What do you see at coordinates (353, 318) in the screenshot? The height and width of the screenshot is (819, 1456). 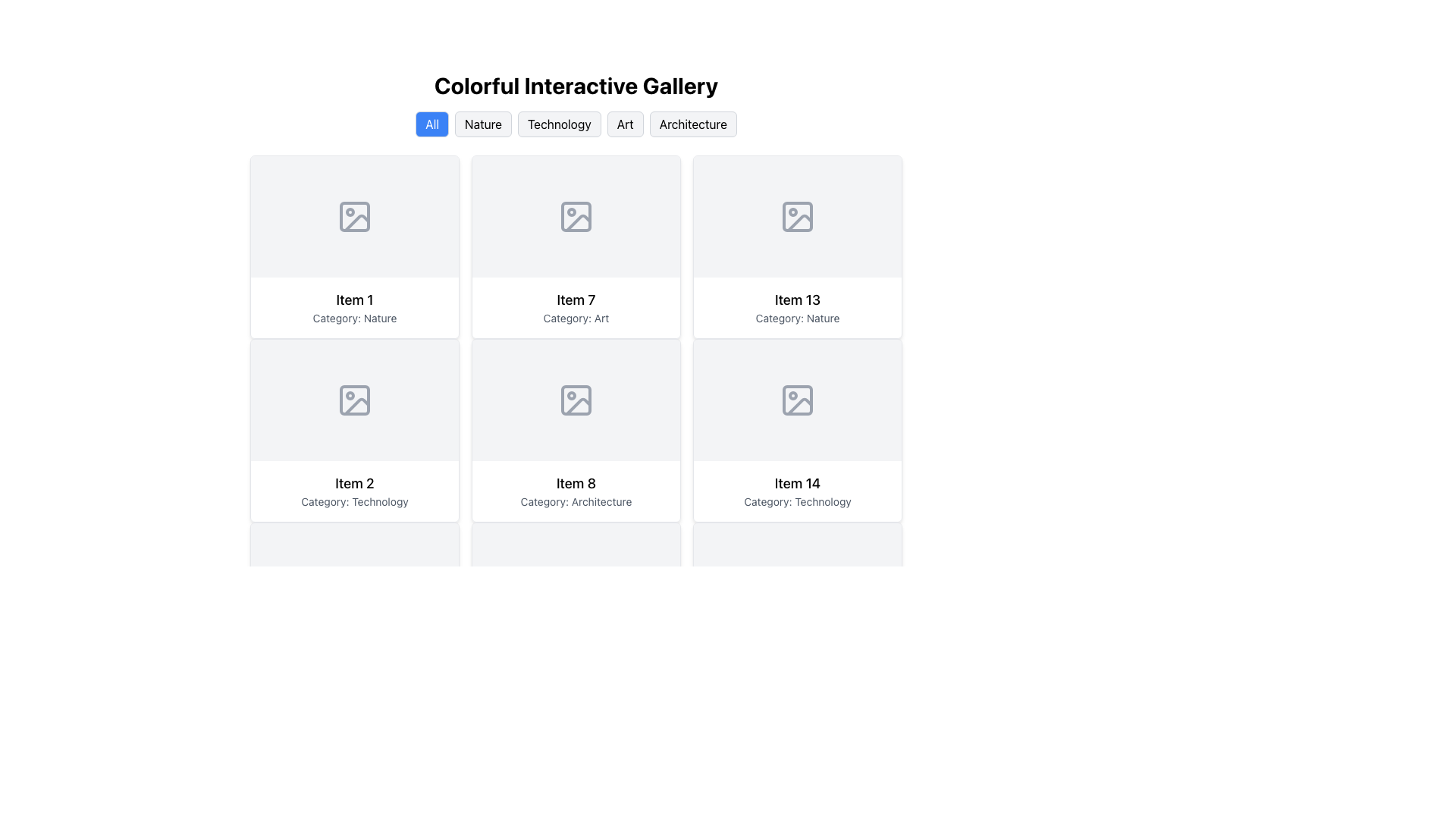 I see `static text label that reads 'Category: Nature', which is positioned directly beneath the heading 'Item 1' in the grid layout` at bounding box center [353, 318].